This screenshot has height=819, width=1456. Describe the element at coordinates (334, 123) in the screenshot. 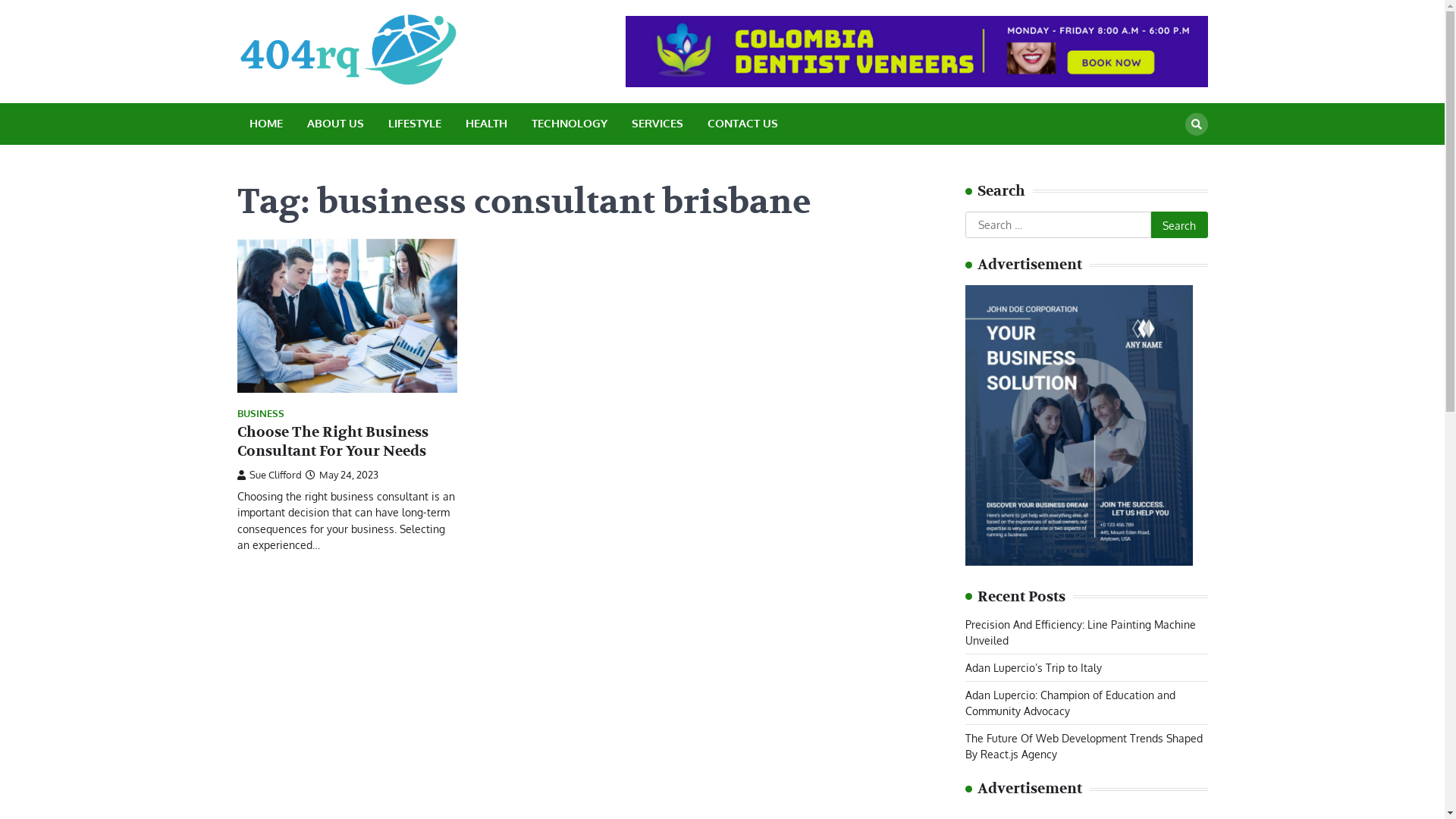

I see `'ABOUT US'` at that location.